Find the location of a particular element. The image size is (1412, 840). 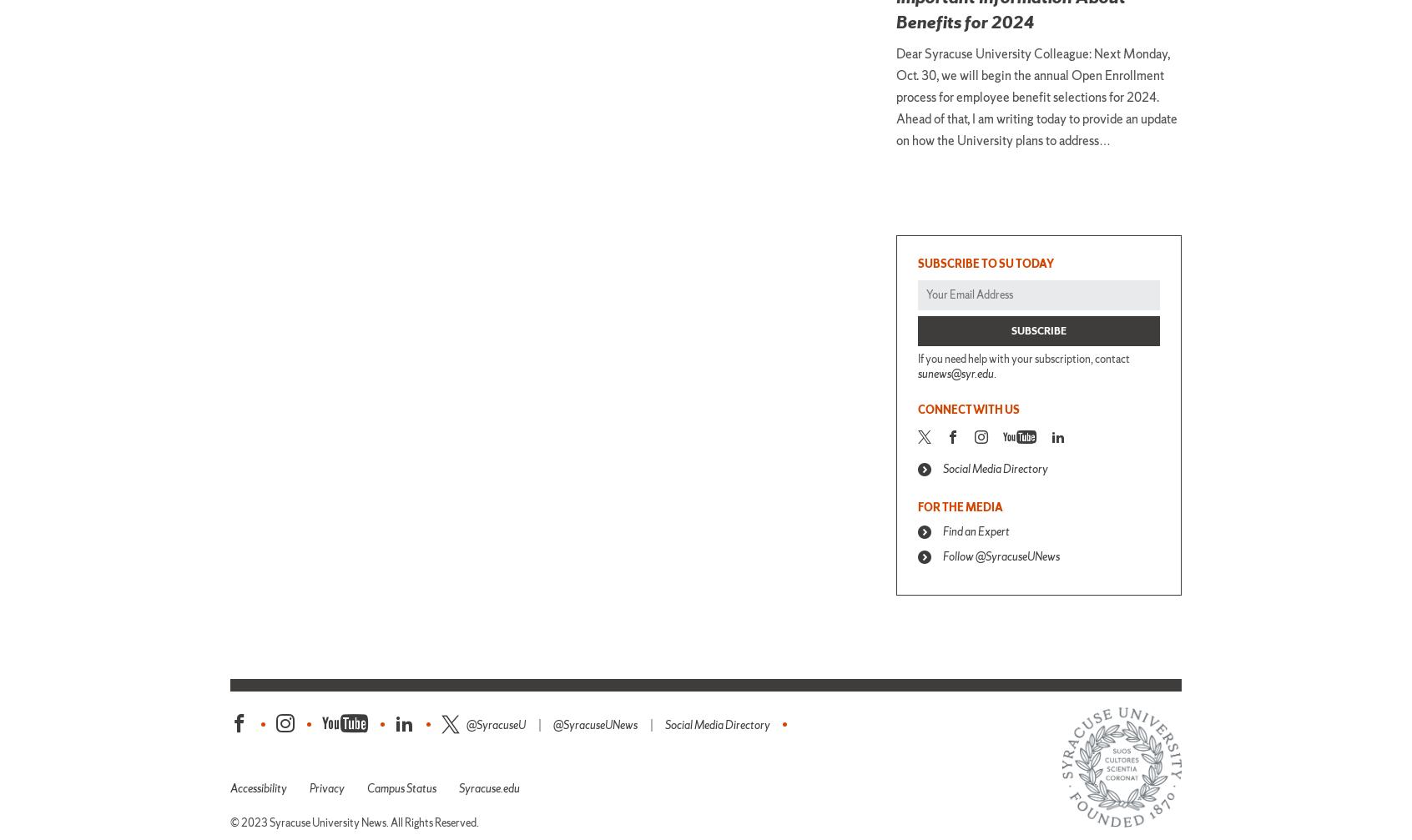

'Campus Status' is located at coordinates (401, 787).